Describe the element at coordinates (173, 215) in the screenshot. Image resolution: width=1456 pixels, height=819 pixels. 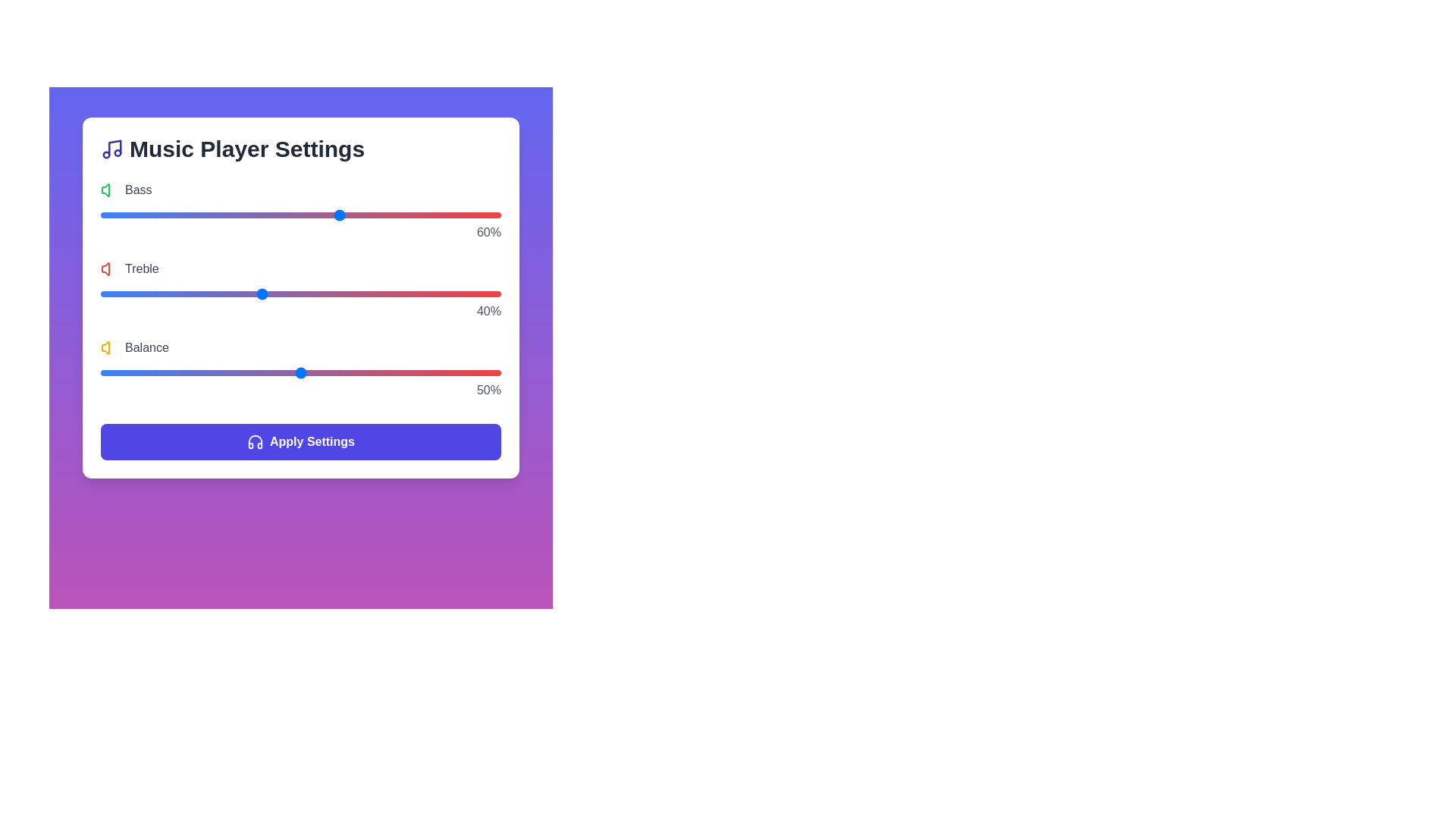
I see `the 0 slider to 18%` at that location.